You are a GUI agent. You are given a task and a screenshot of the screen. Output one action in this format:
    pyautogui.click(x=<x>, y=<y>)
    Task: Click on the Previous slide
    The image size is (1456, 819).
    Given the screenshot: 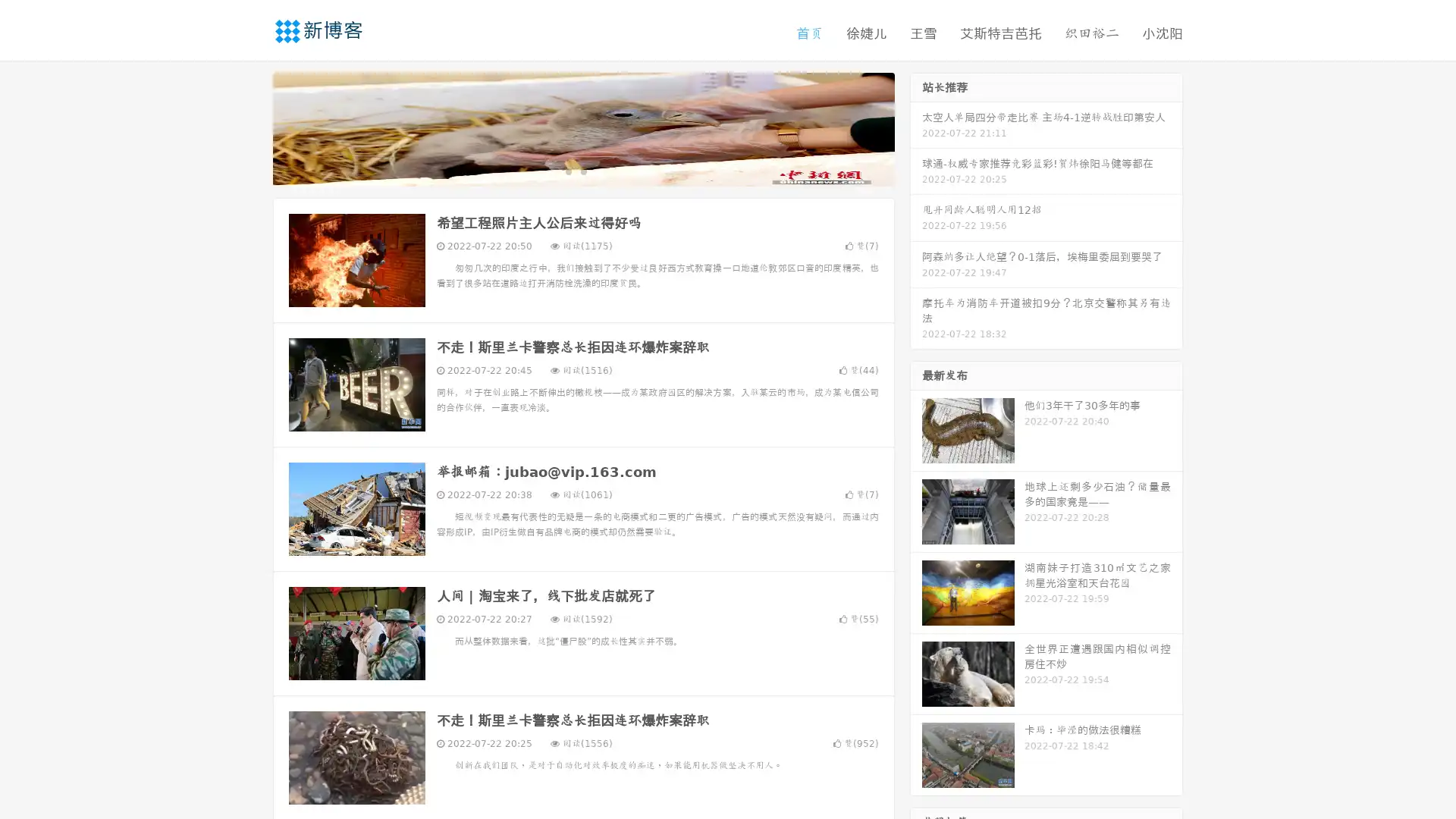 What is the action you would take?
    pyautogui.click(x=250, y=127)
    